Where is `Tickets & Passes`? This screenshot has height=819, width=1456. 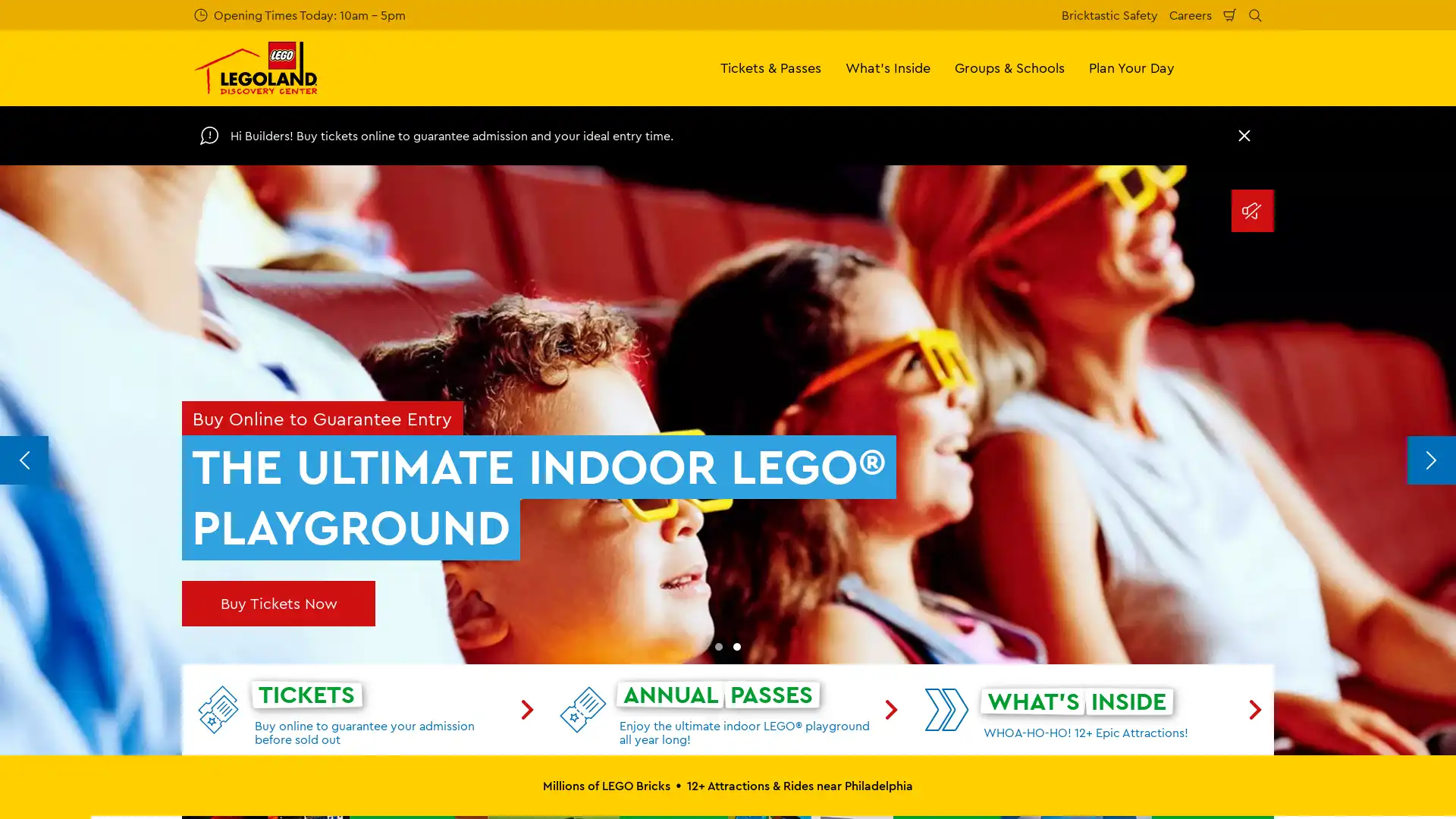 Tickets & Passes is located at coordinates (770, 67).